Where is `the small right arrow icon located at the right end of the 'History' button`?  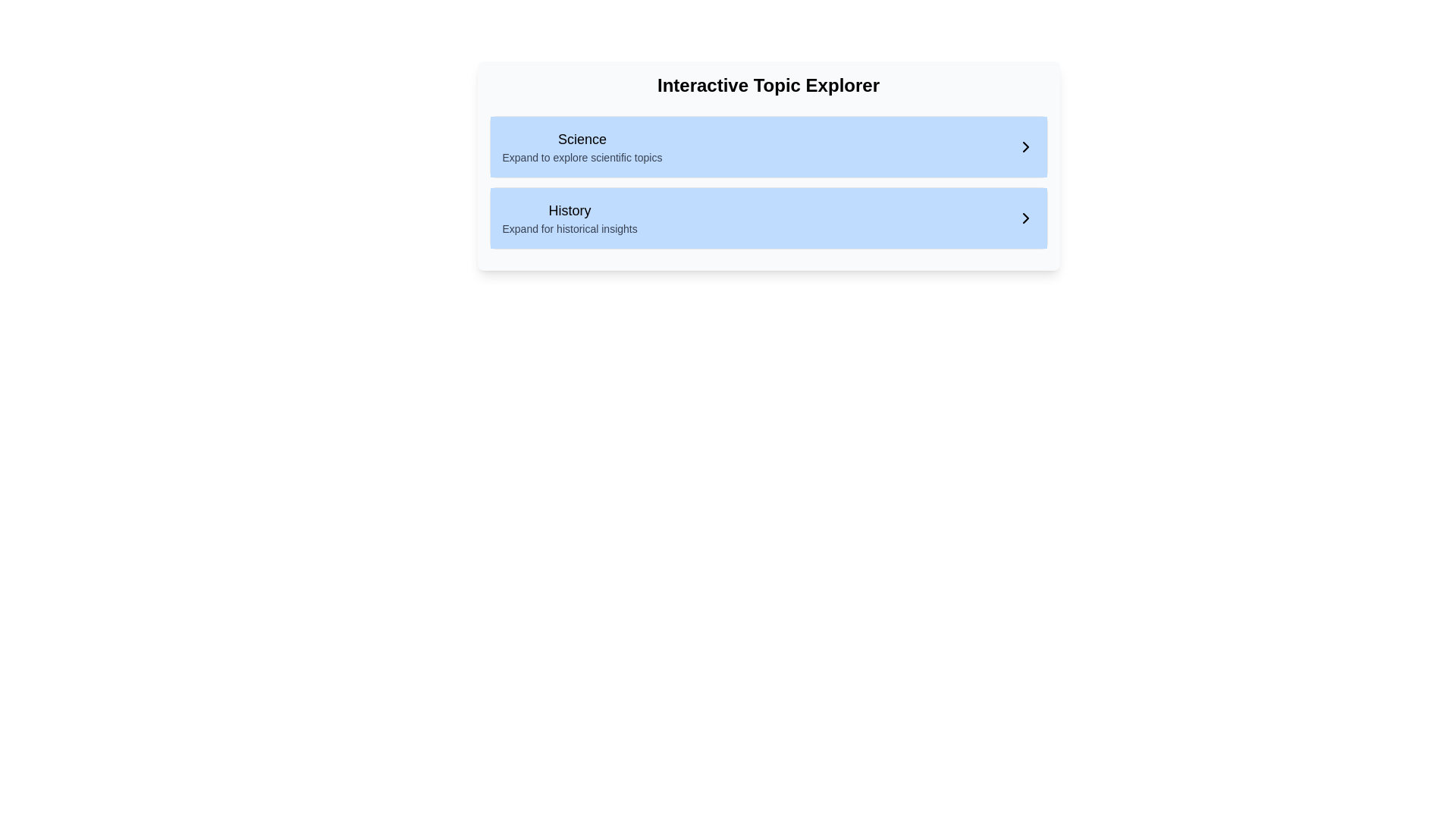
the small right arrow icon located at the right end of the 'History' button is located at coordinates (1025, 218).